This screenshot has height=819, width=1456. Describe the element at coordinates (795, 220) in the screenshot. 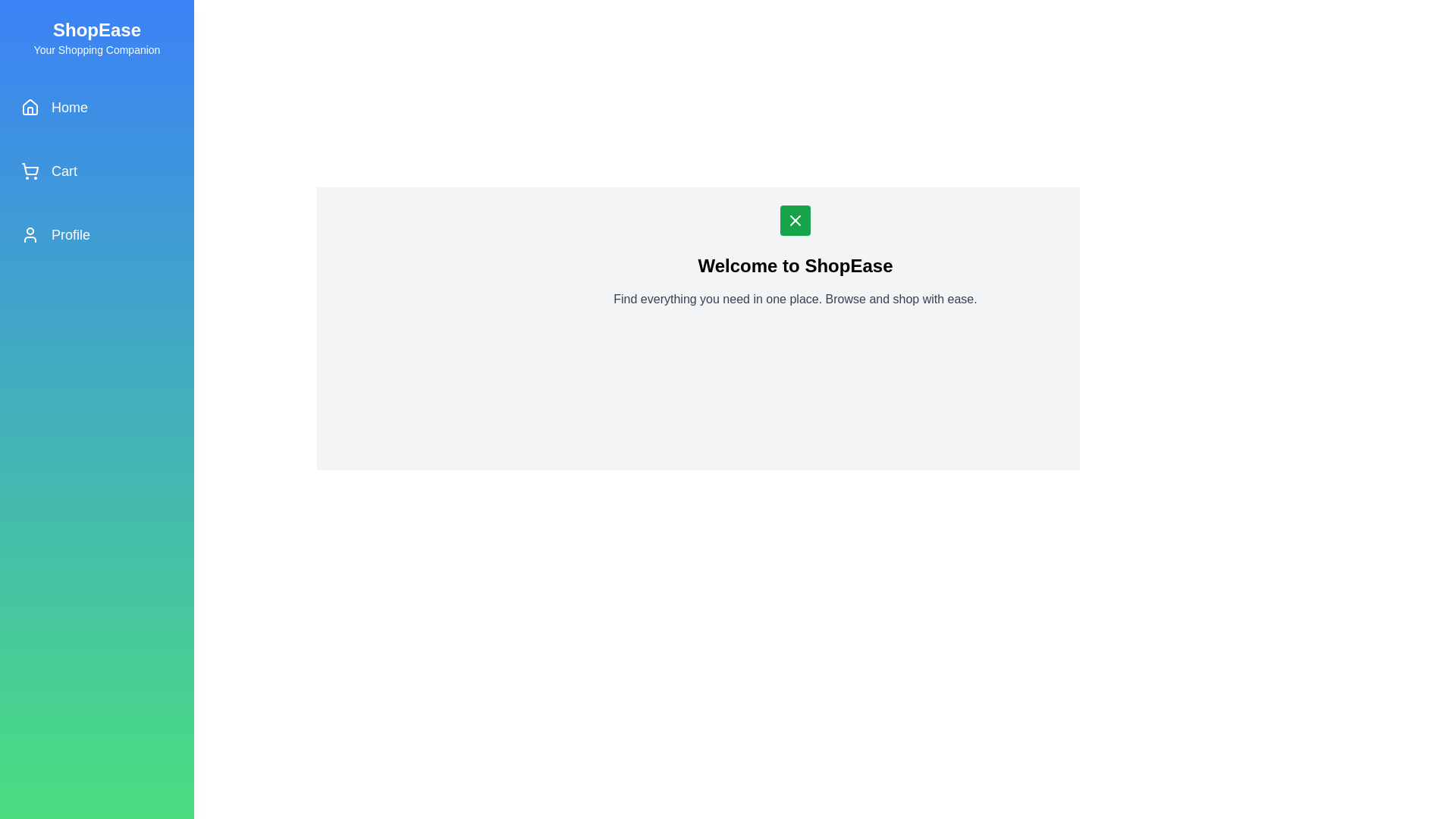

I see `the green button with a white 'x' icon` at that location.